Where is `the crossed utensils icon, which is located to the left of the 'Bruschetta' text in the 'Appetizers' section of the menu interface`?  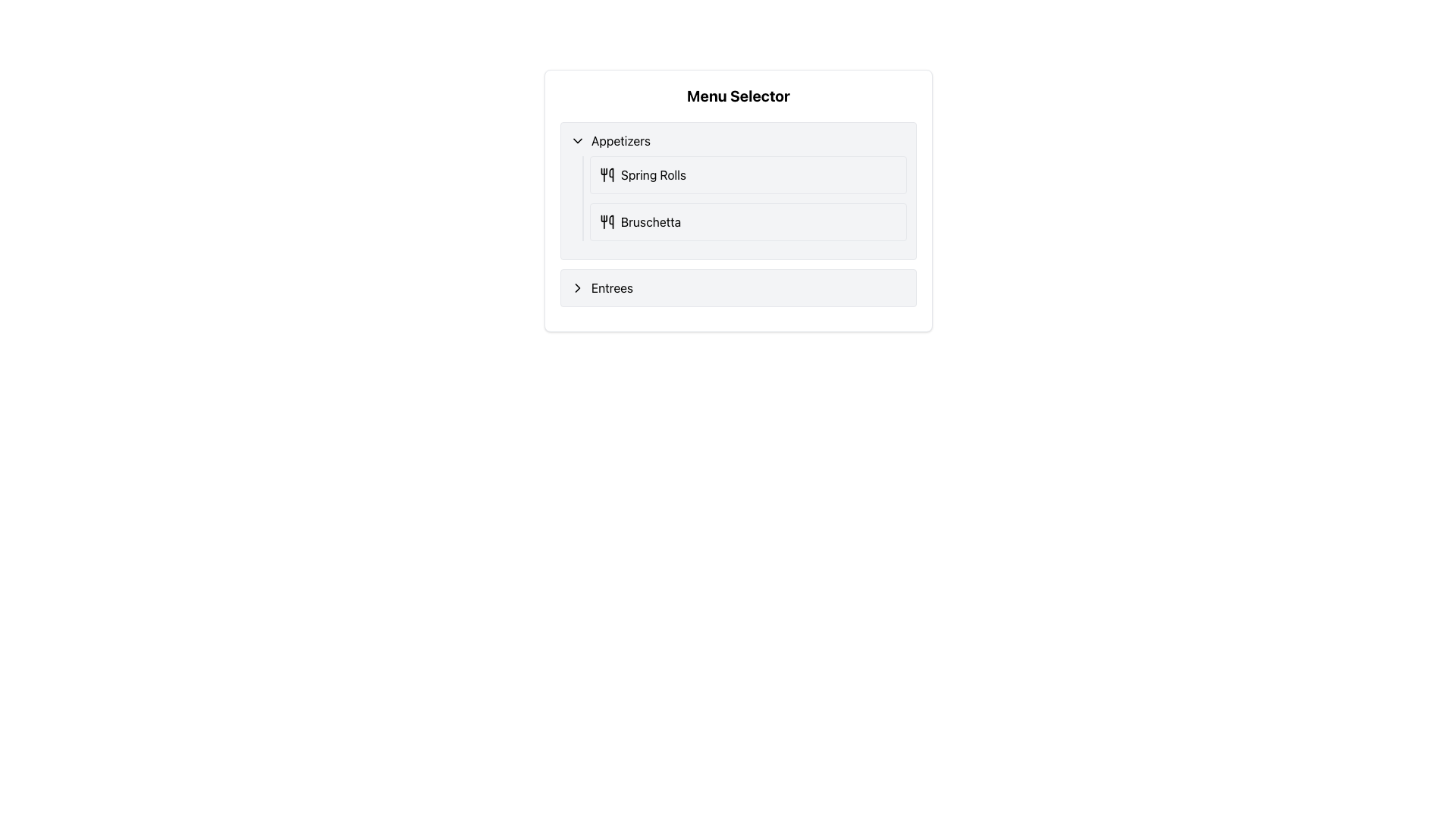 the crossed utensils icon, which is located to the left of the 'Bruschetta' text in the 'Appetizers' section of the menu interface is located at coordinates (607, 222).